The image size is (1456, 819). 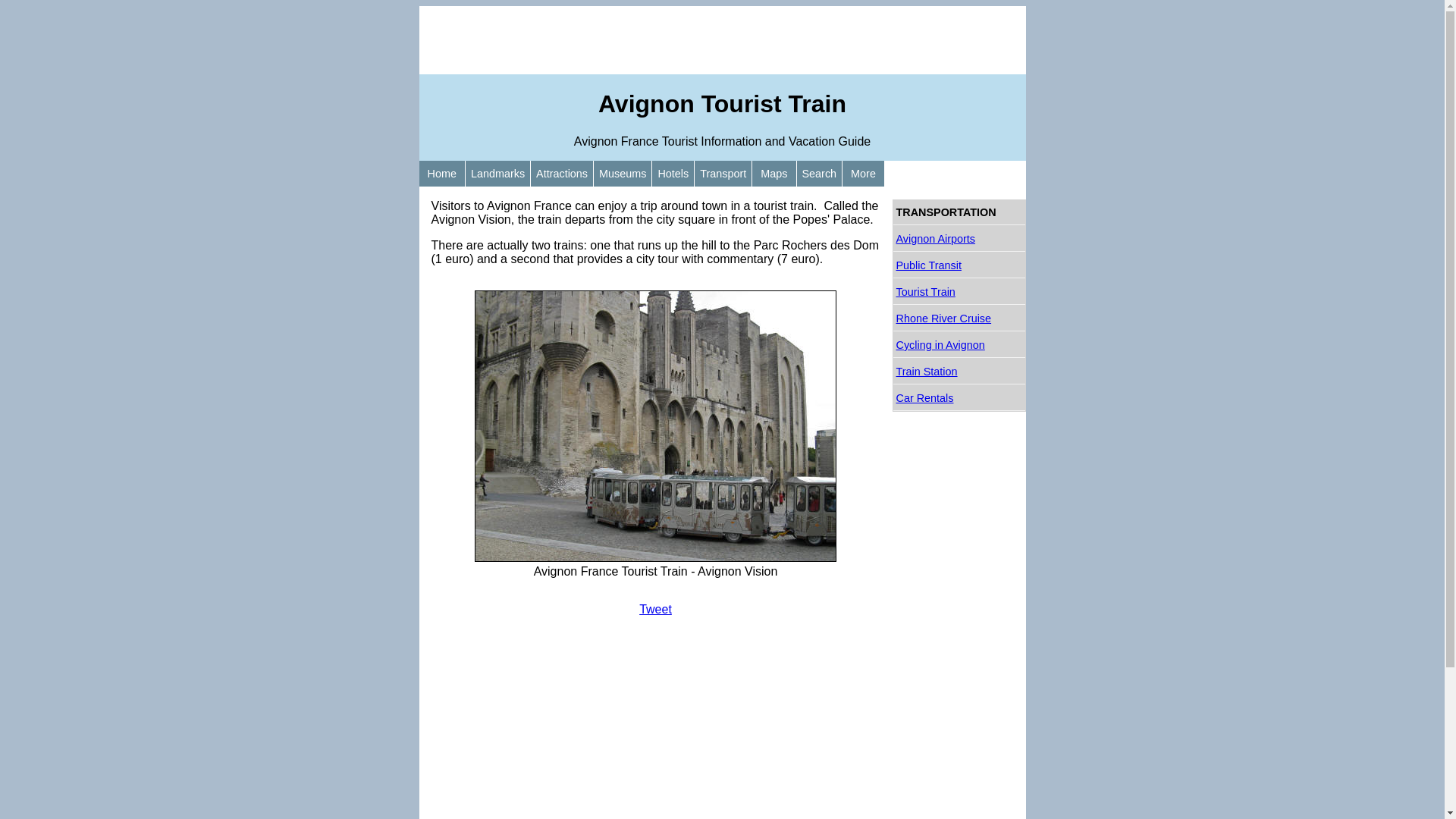 What do you see at coordinates (959, 239) in the screenshot?
I see `'Avignon Airports'` at bounding box center [959, 239].